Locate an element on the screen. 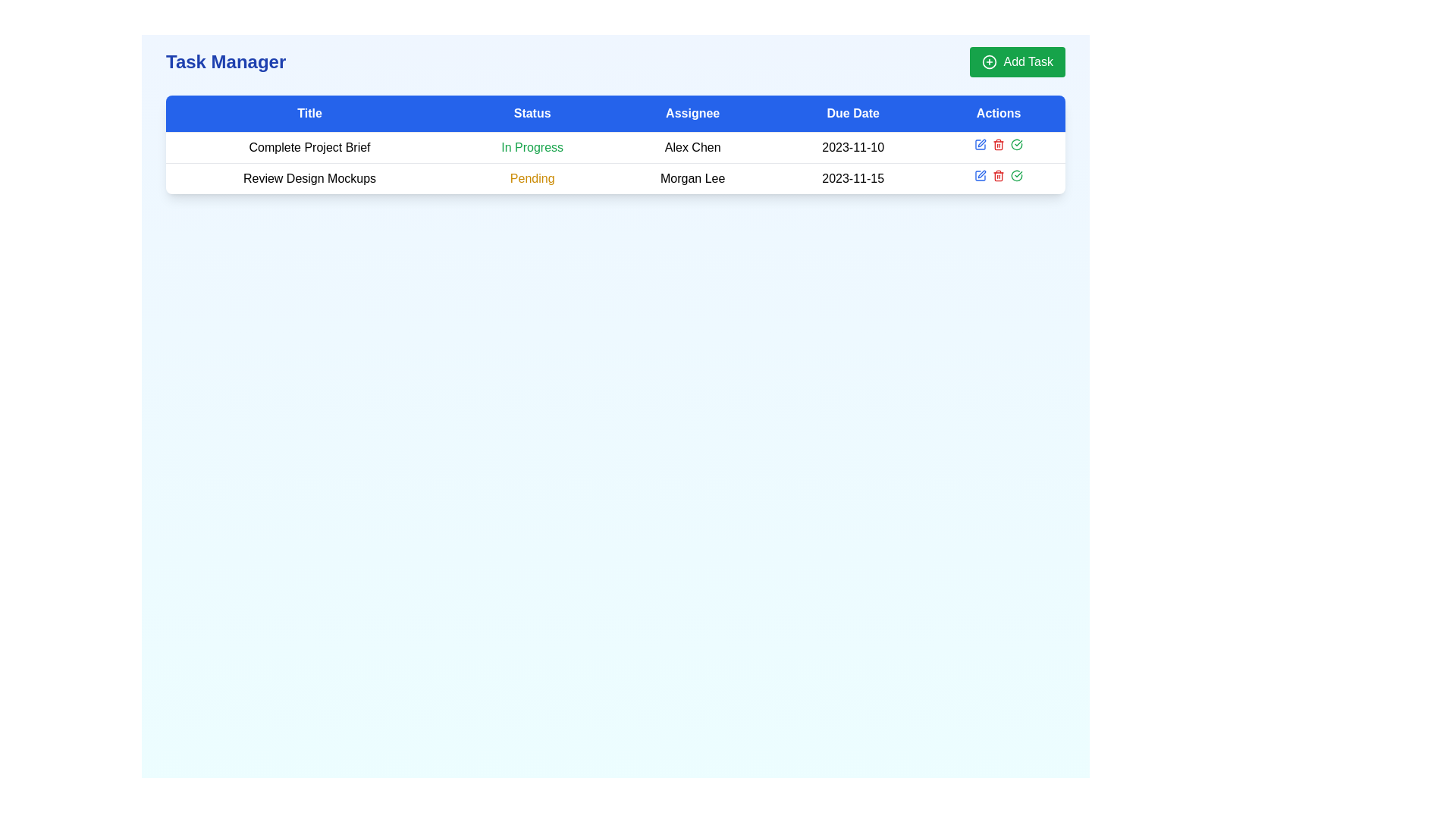  to select the first row of the task management table, which summarizes key information about the task is located at coordinates (615, 163).